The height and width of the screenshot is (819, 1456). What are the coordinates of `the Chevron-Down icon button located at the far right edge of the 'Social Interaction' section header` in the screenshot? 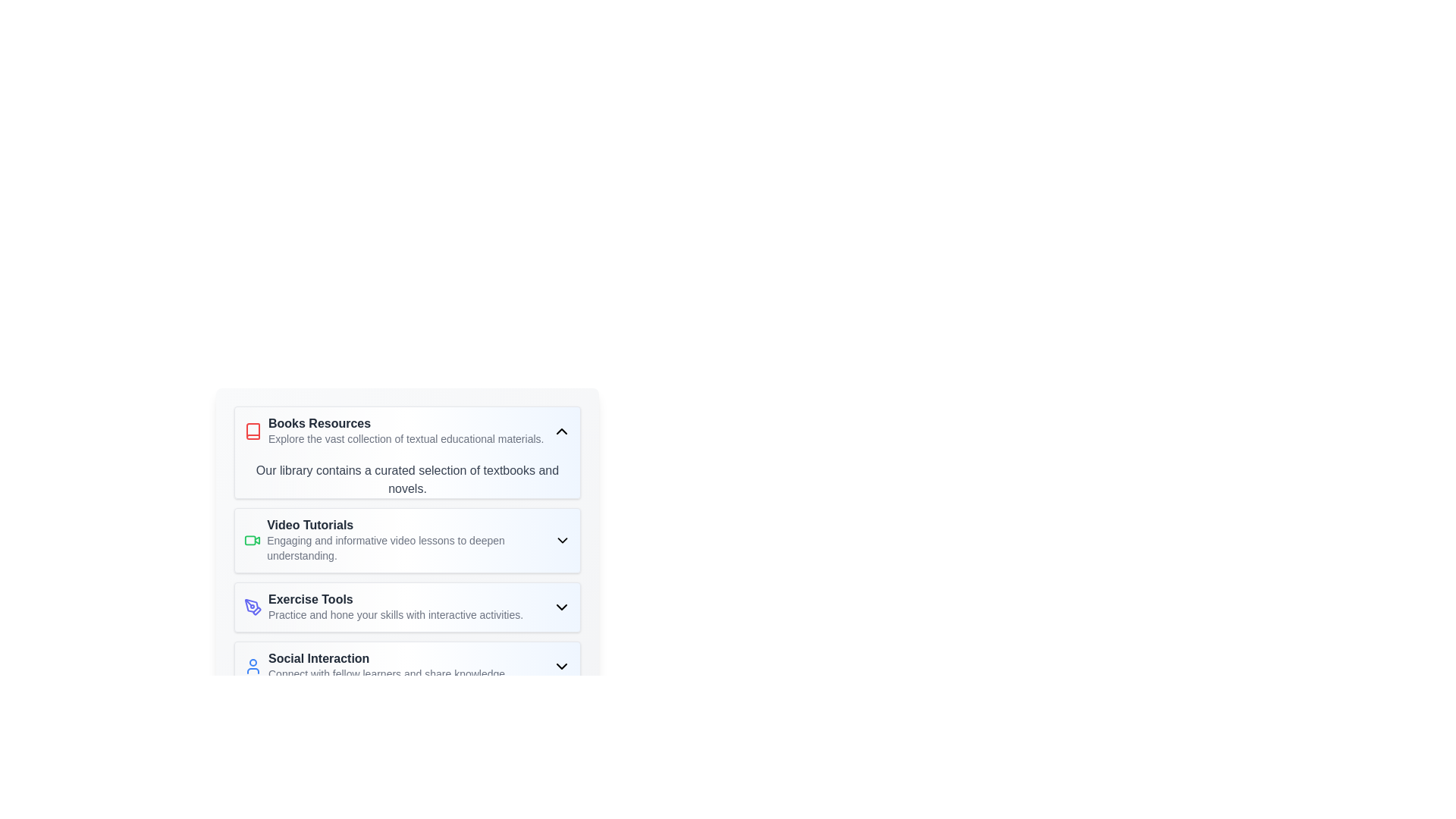 It's located at (560, 666).